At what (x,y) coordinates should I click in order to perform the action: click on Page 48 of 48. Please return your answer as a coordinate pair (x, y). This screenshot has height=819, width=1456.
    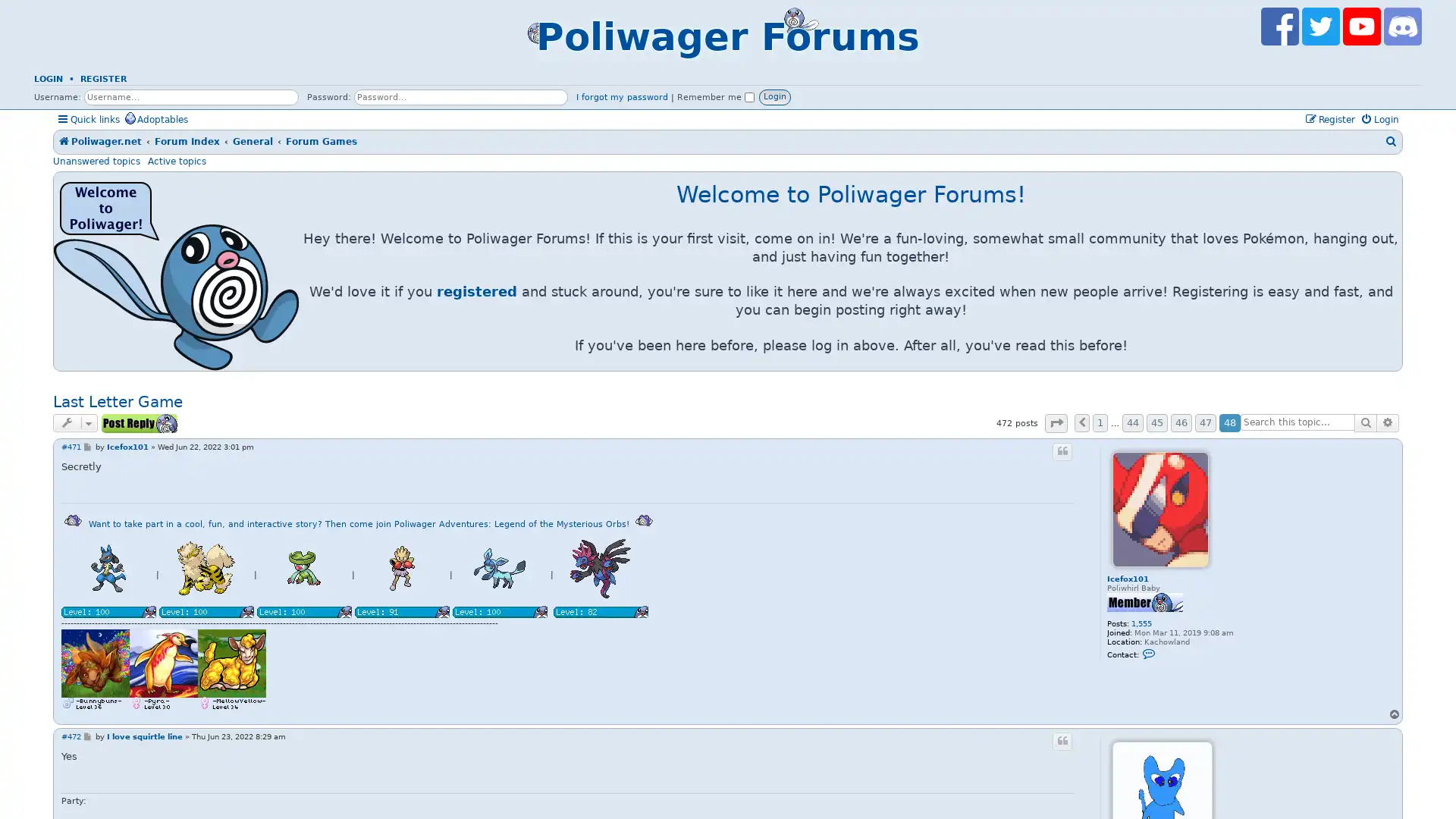
    Looking at the image, I should click on (1055, 422).